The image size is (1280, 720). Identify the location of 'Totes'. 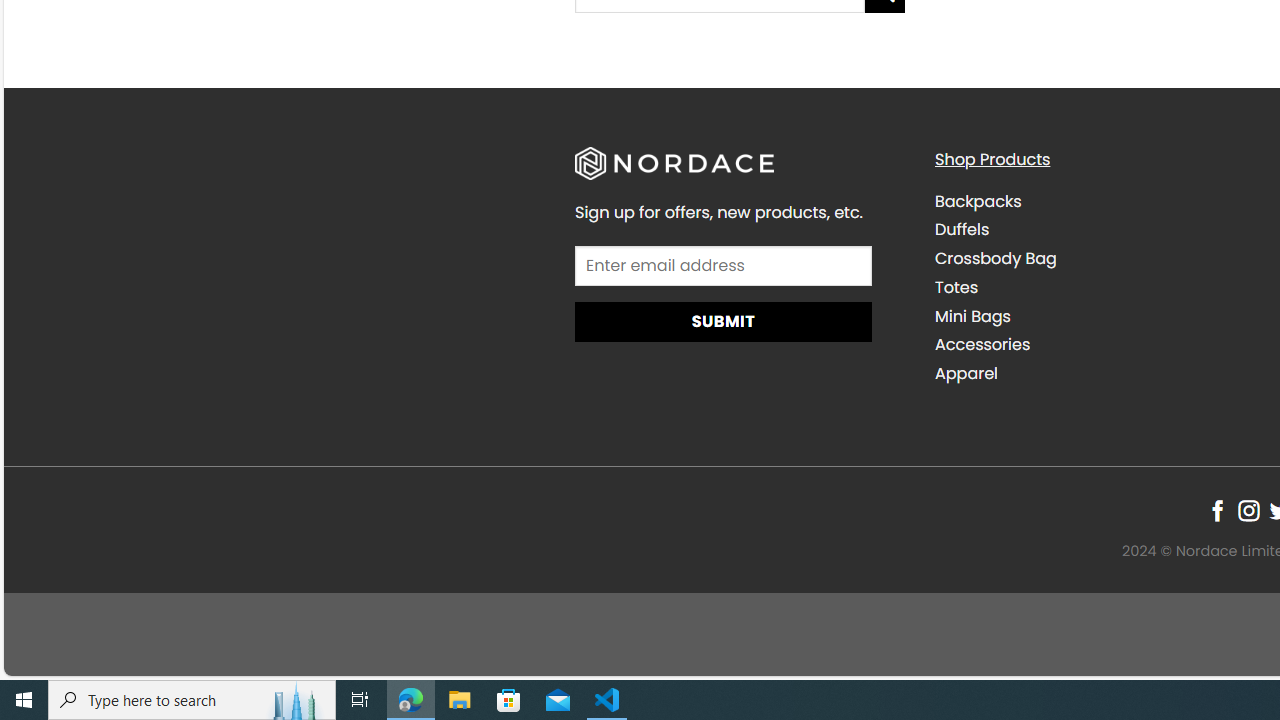
(955, 286).